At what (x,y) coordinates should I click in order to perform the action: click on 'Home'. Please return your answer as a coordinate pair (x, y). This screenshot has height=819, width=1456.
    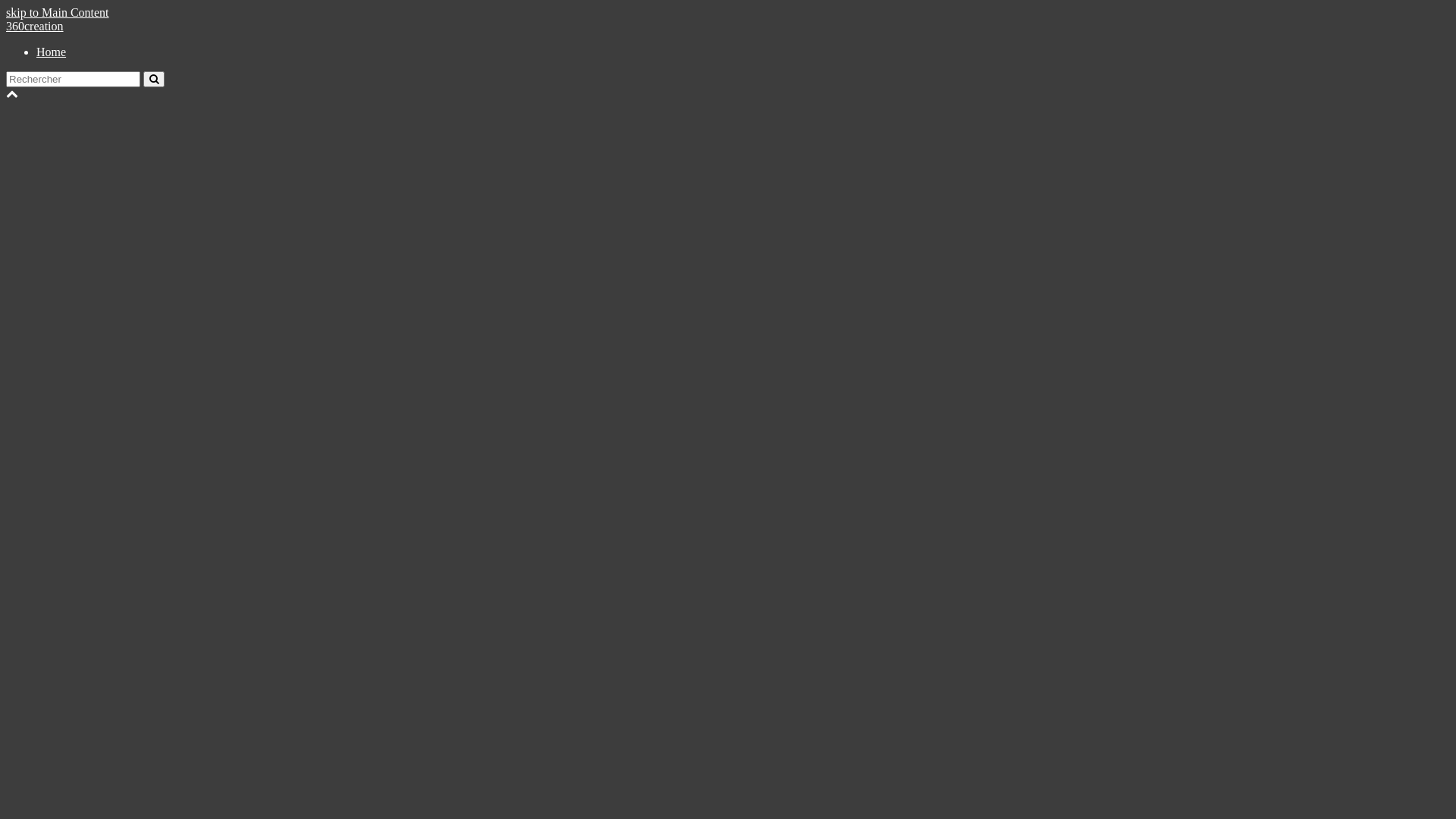
    Looking at the image, I should click on (51, 51).